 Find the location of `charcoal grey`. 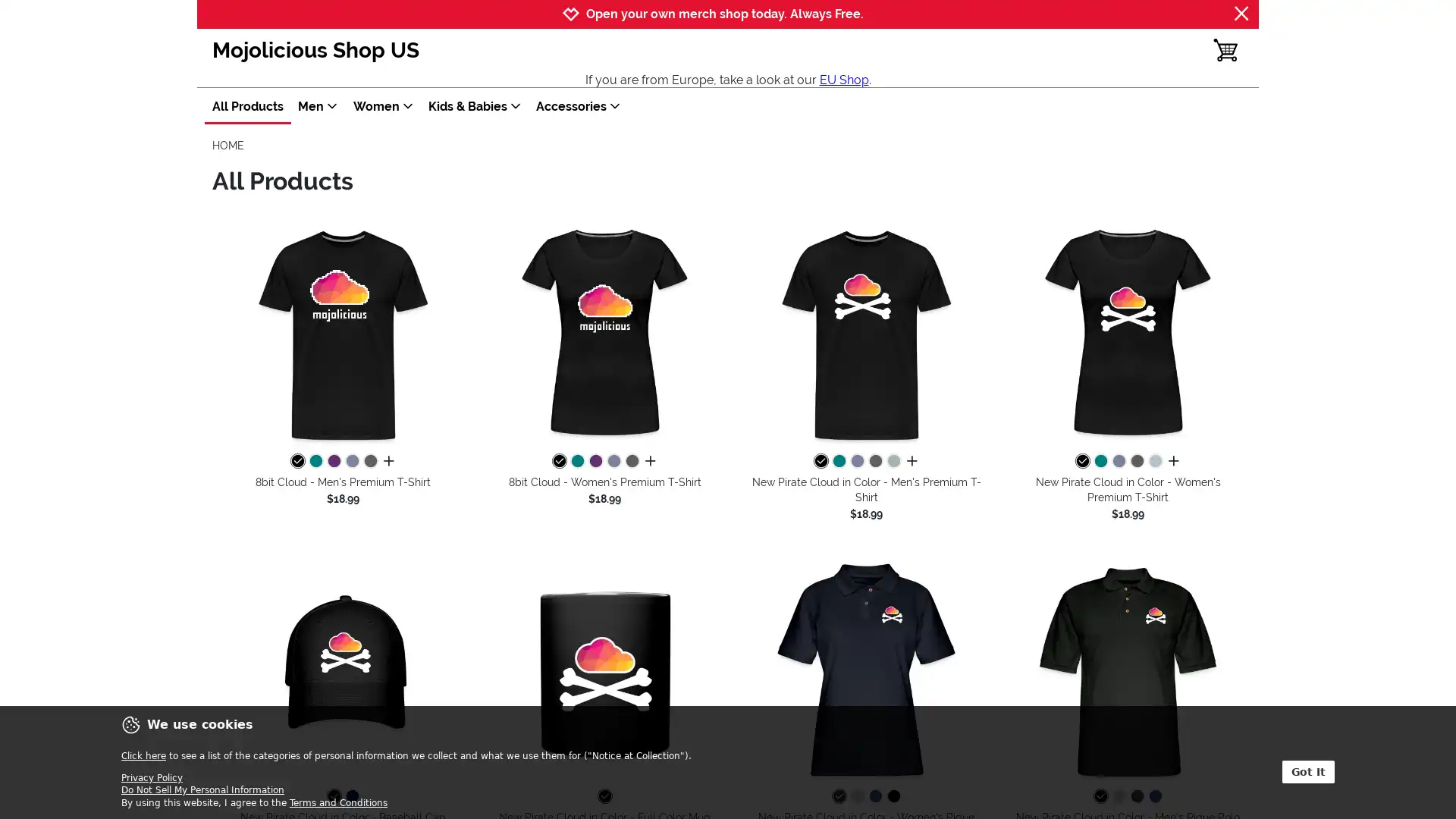

charcoal grey is located at coordinates (632, 461).